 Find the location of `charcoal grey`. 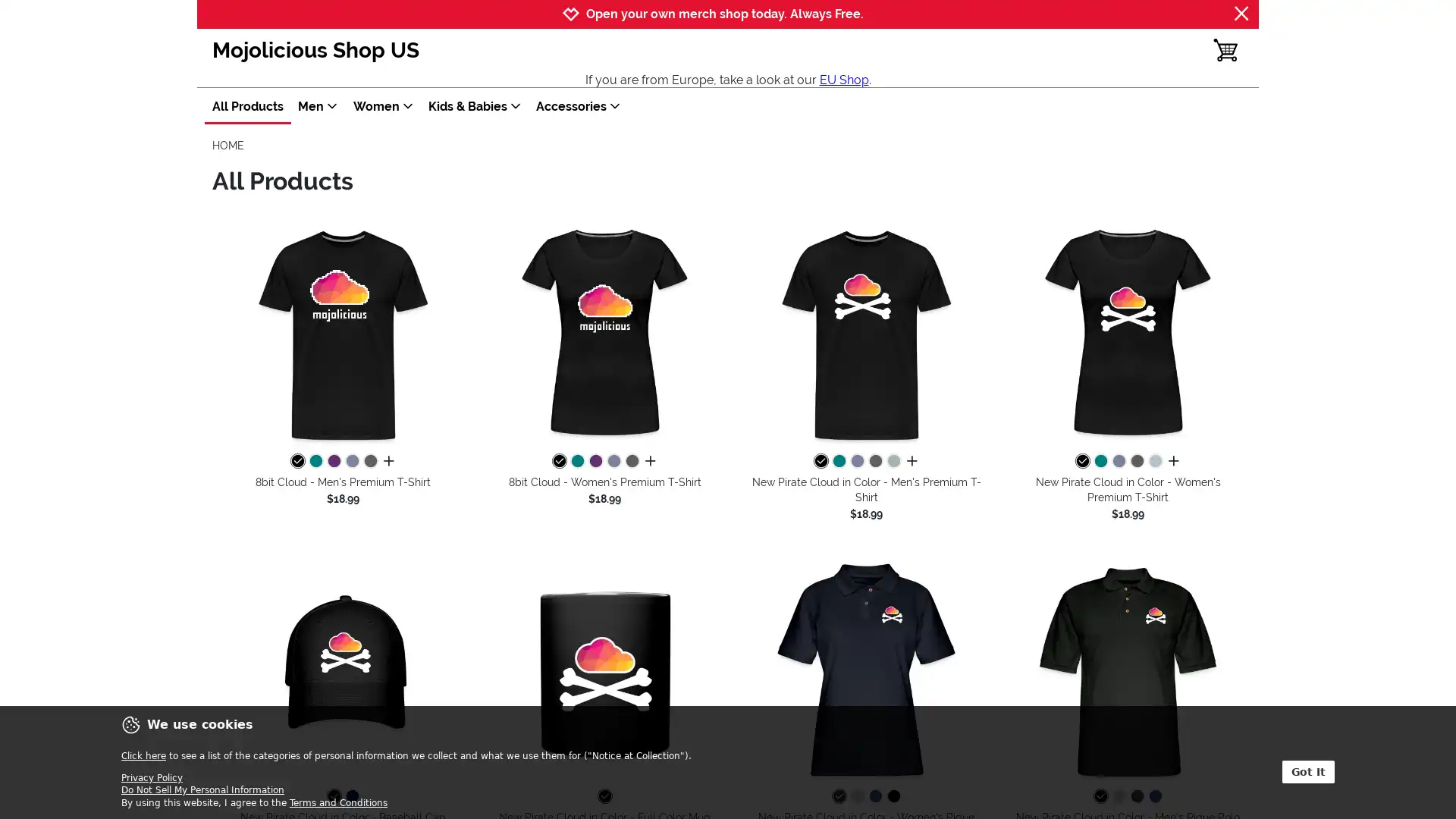

charcoal grey is located at coordinates (632, 461).